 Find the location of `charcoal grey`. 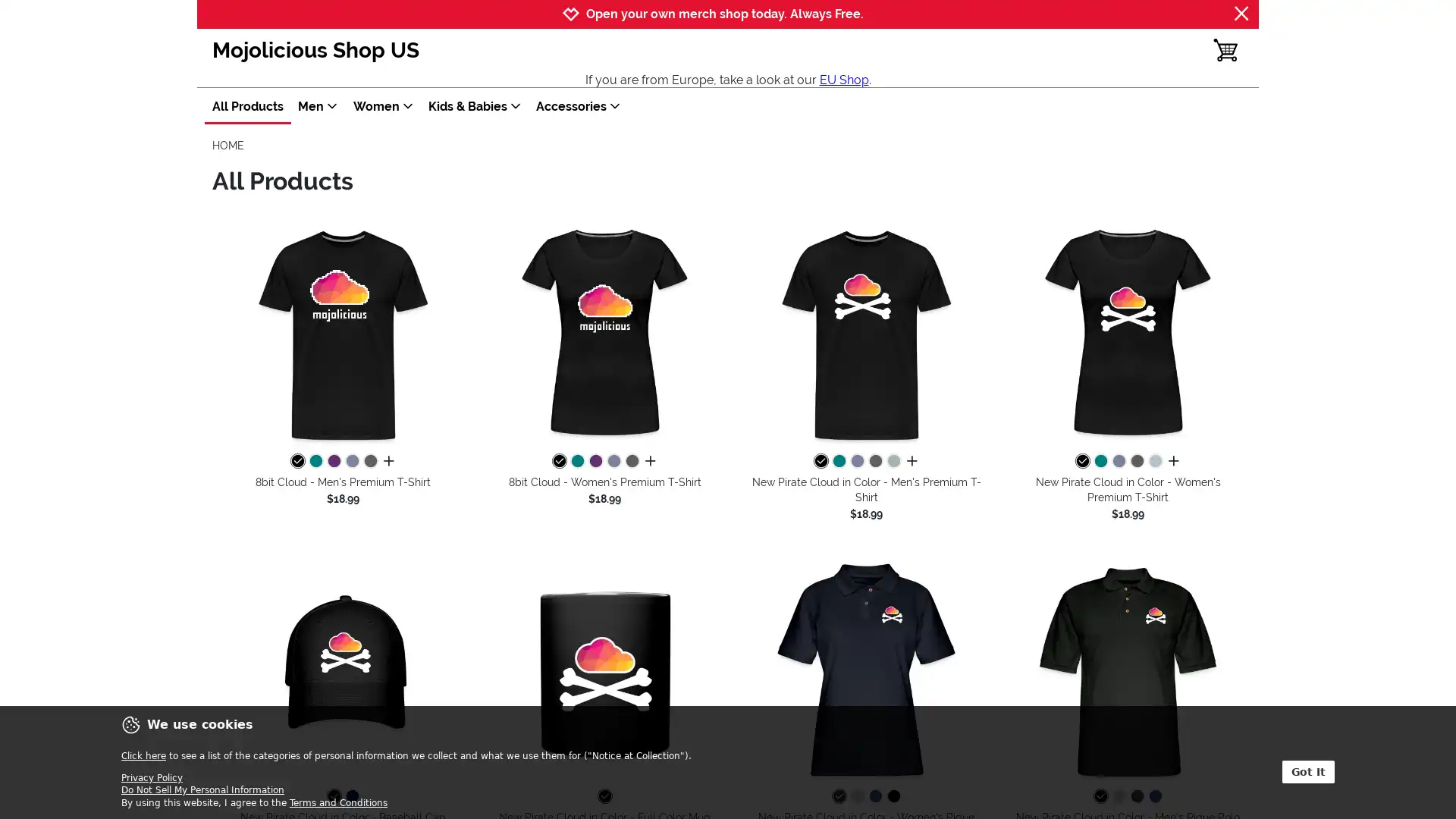

charcoal grey is located at coordinates (632, 461).